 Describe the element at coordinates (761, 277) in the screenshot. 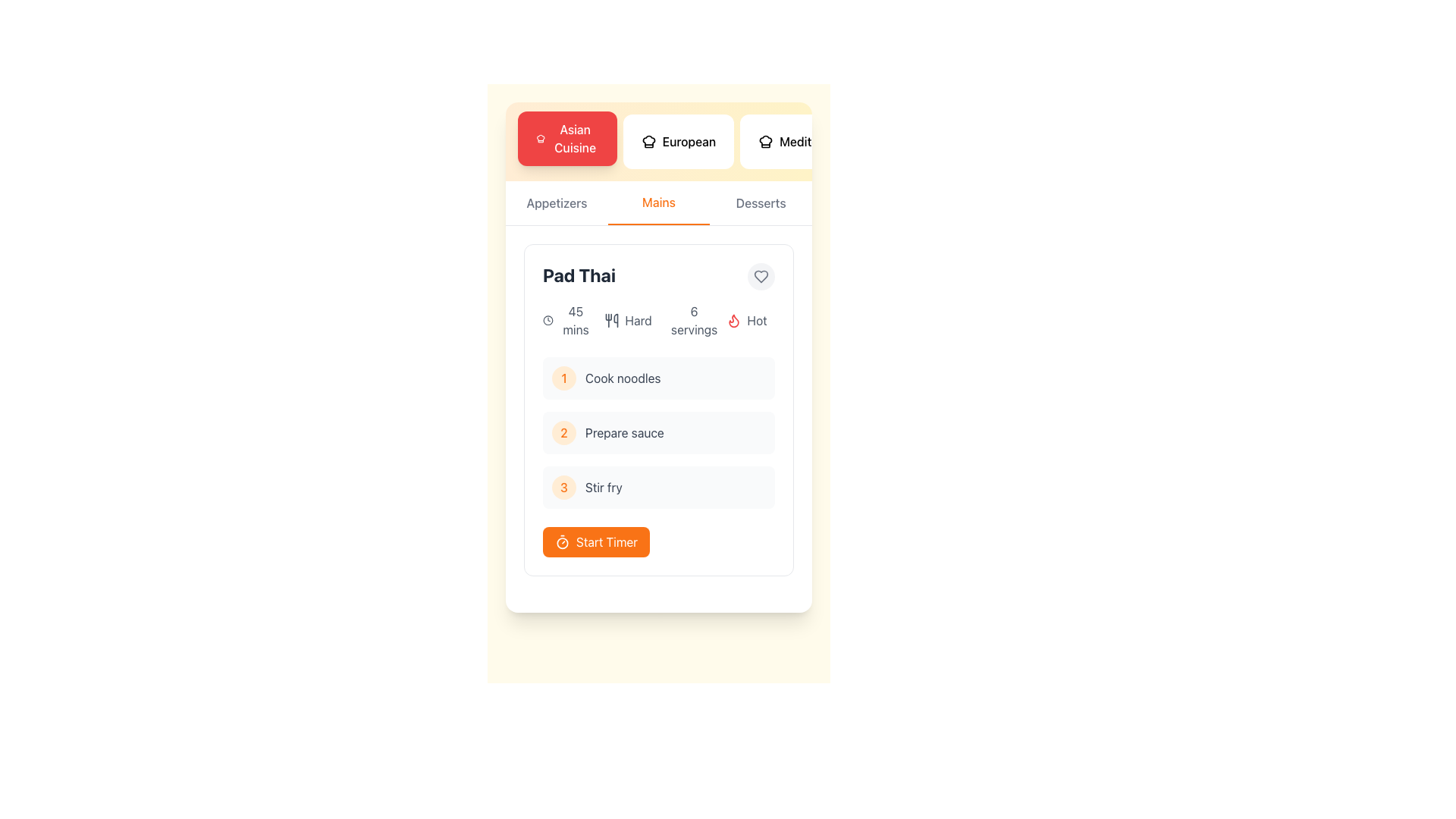

I see `the icon button located at the upper-right corner of the 'Pad Thai' card section to favorite or unfavorite the 'Pad Thai' recipe` at that location.